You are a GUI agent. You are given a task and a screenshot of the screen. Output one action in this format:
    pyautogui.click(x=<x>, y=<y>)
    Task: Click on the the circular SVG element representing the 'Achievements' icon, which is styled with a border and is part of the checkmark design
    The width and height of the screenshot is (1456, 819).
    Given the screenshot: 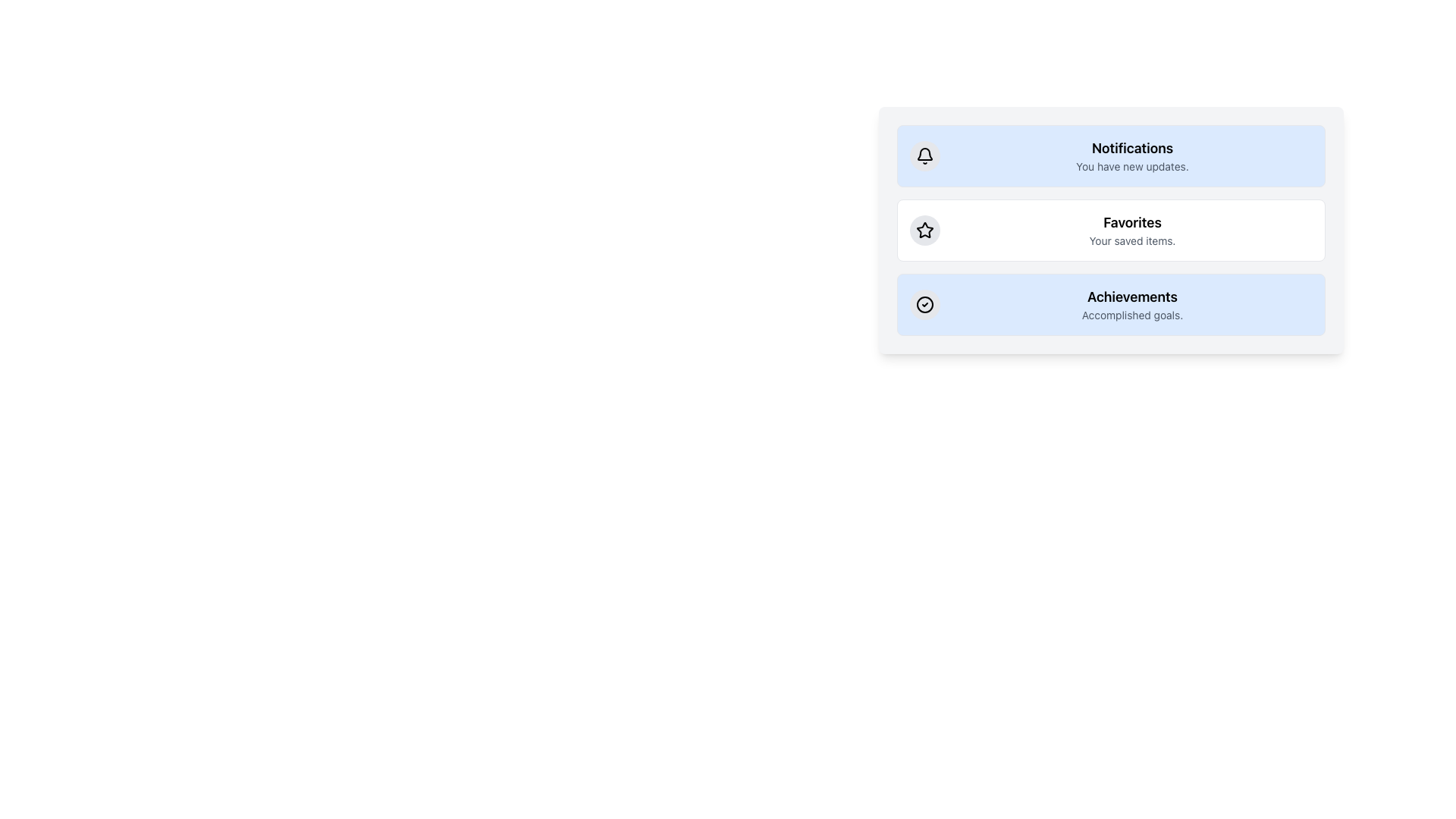 What is the action you would take?
    pyautogui.click(x=924, y=304)
    